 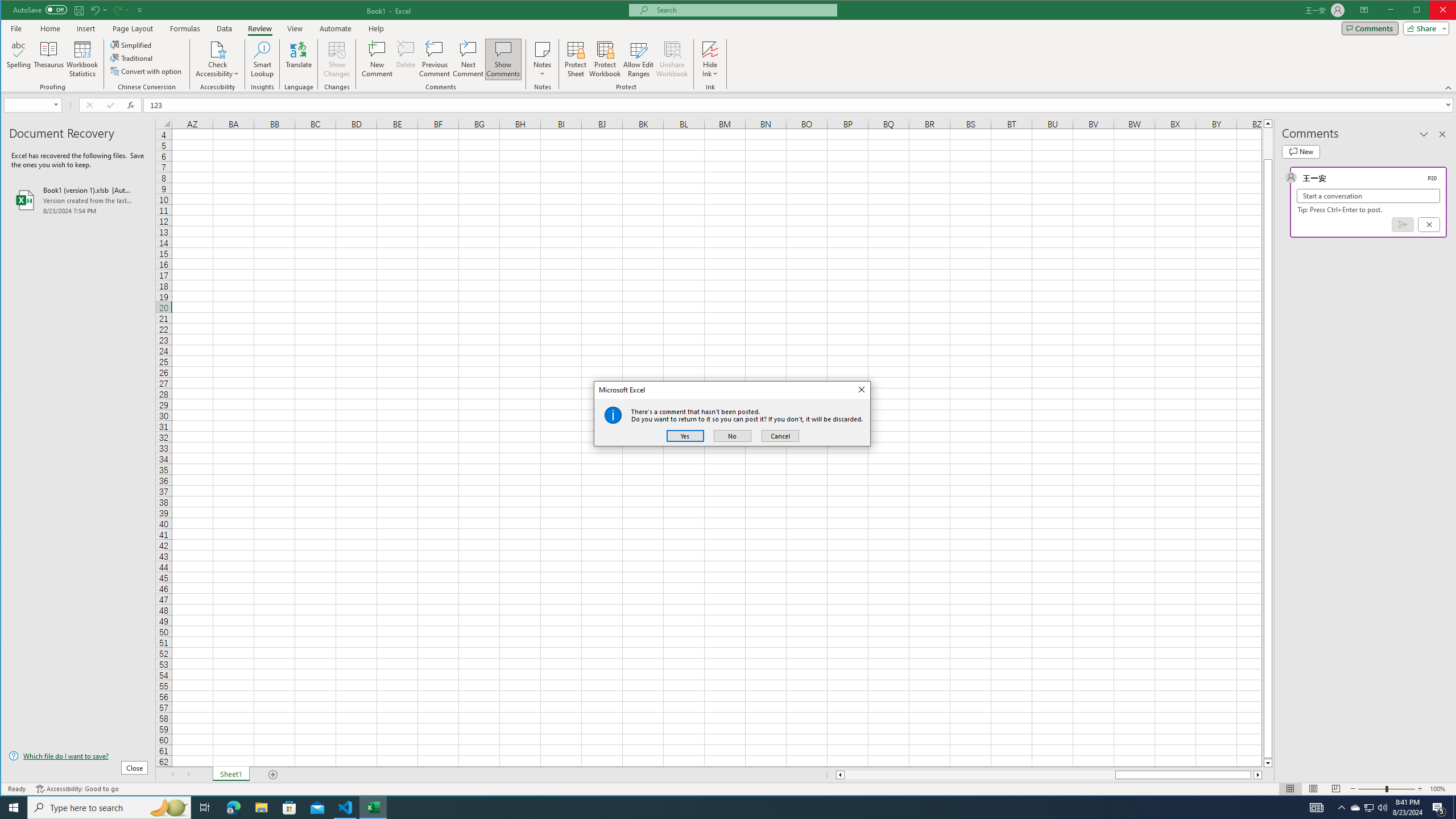 What do you see at coordinates (1439, 806) in the screenshot?
I see `'Action Center, 5 new notifications'` at bounding box center [1439, 806].